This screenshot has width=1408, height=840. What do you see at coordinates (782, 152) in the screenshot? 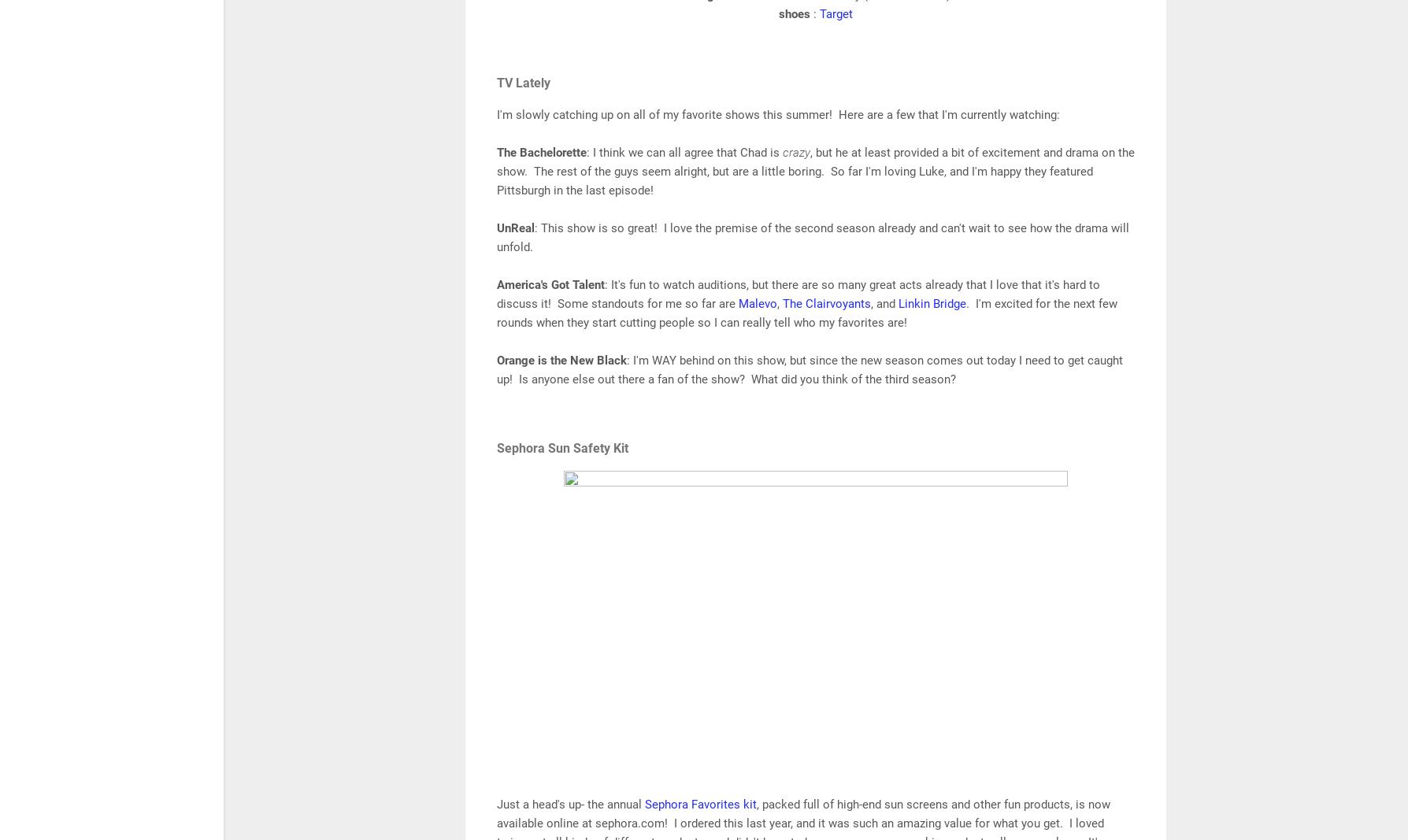
I see `'crazy'` at bounding box center [782, 152].